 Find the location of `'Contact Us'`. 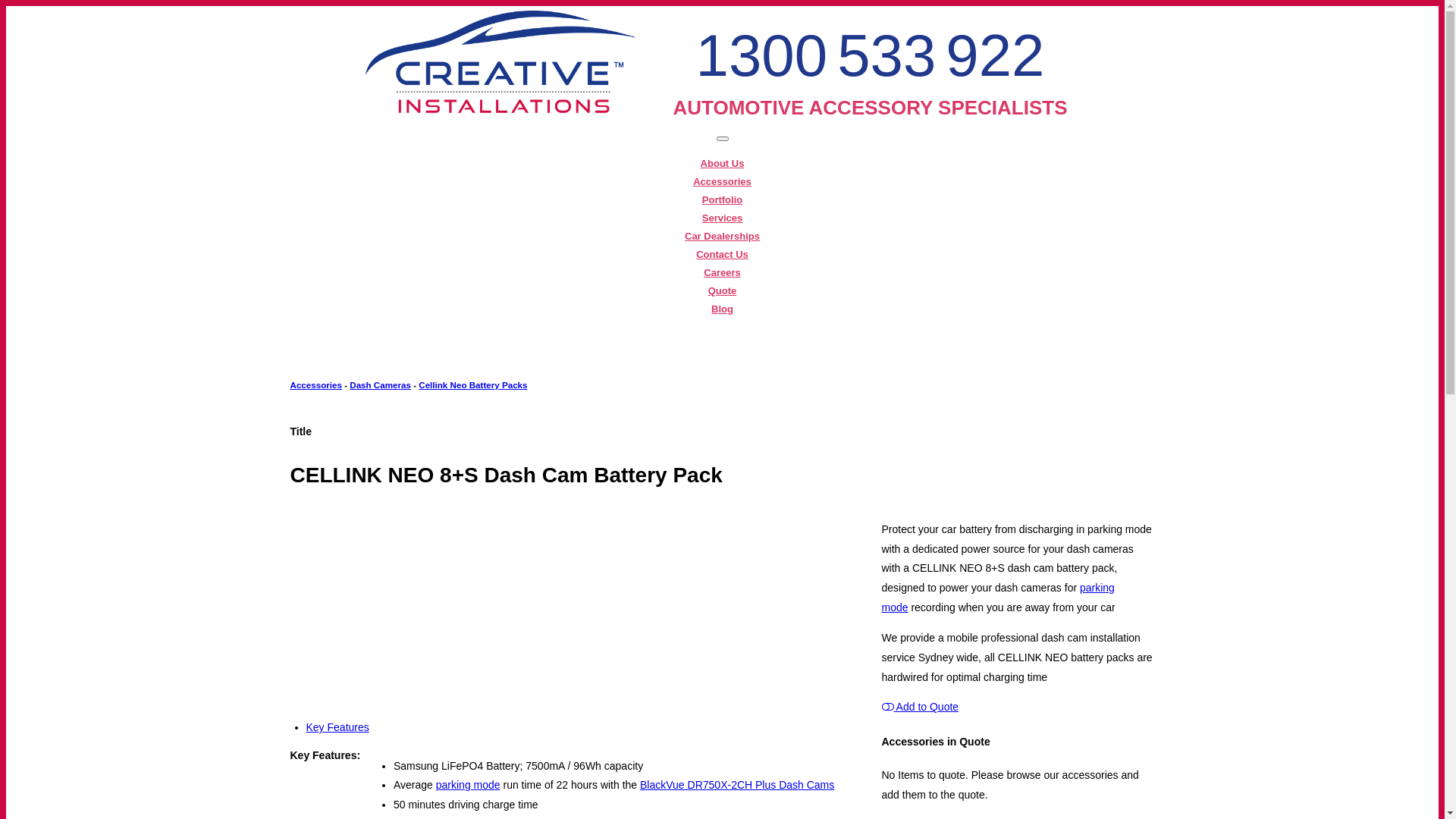

'Contact Us' is located at coordinates (686, 253).